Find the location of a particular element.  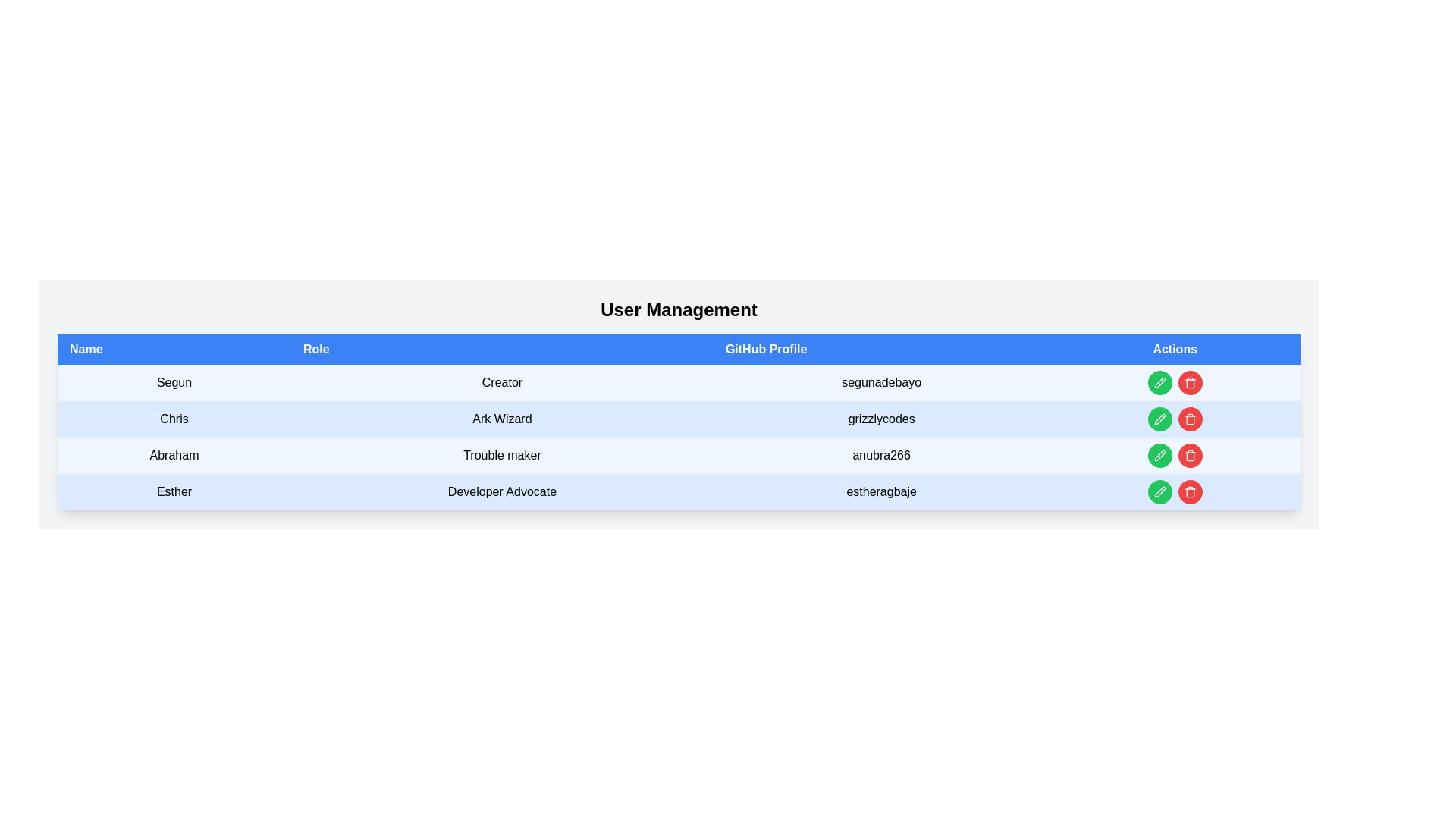

the delete (trash) icon in the 'Actions' column of the 'User Management' table for user 'Esther', which is styled with a bold outline and is adjacent to the green edit icon is located at coordinates (1189, 493).